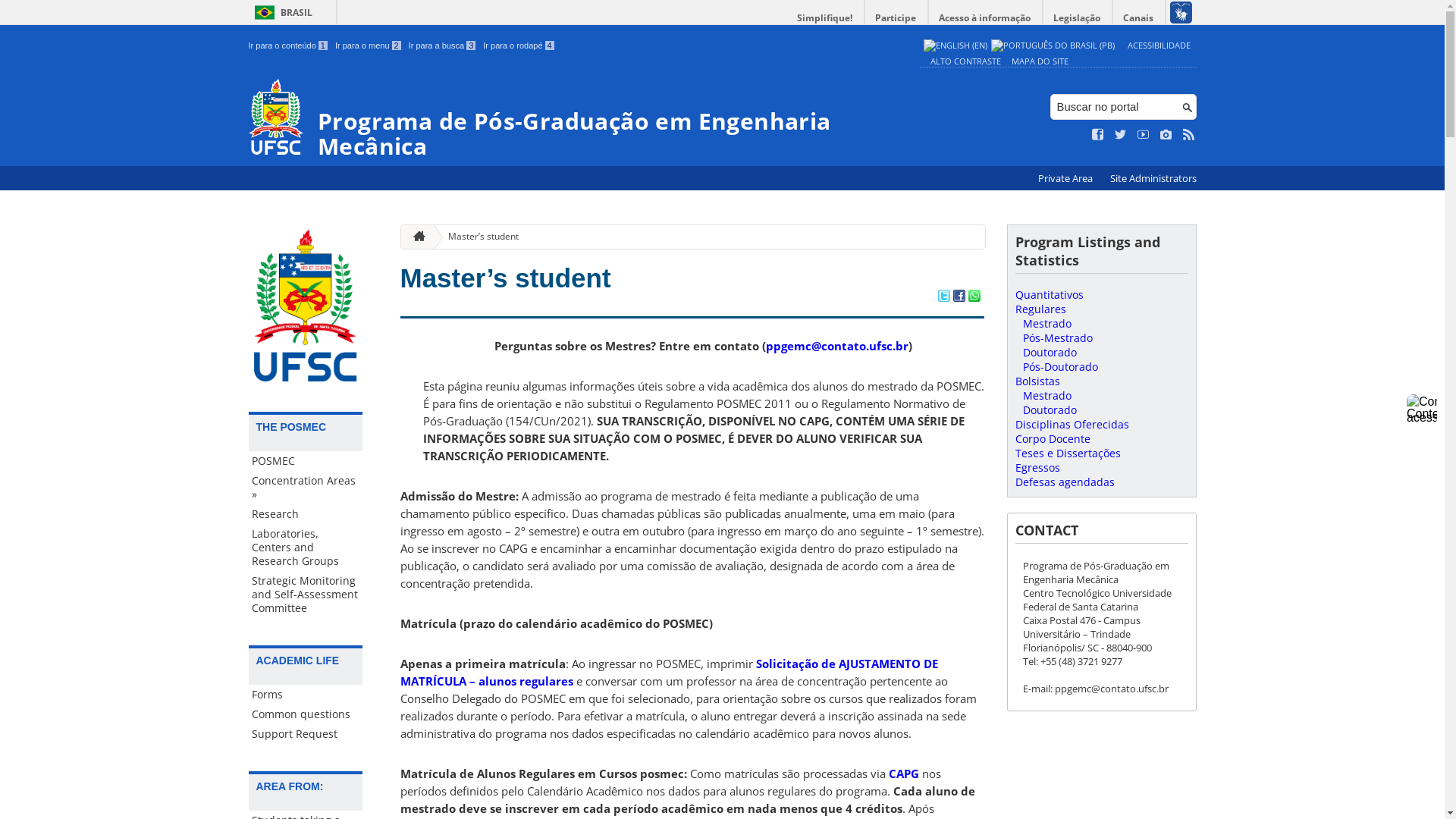  Describe the element at coordinates (1158, 44) in the screenshot. I see `'ACESSIBILIDADE'` at that location.